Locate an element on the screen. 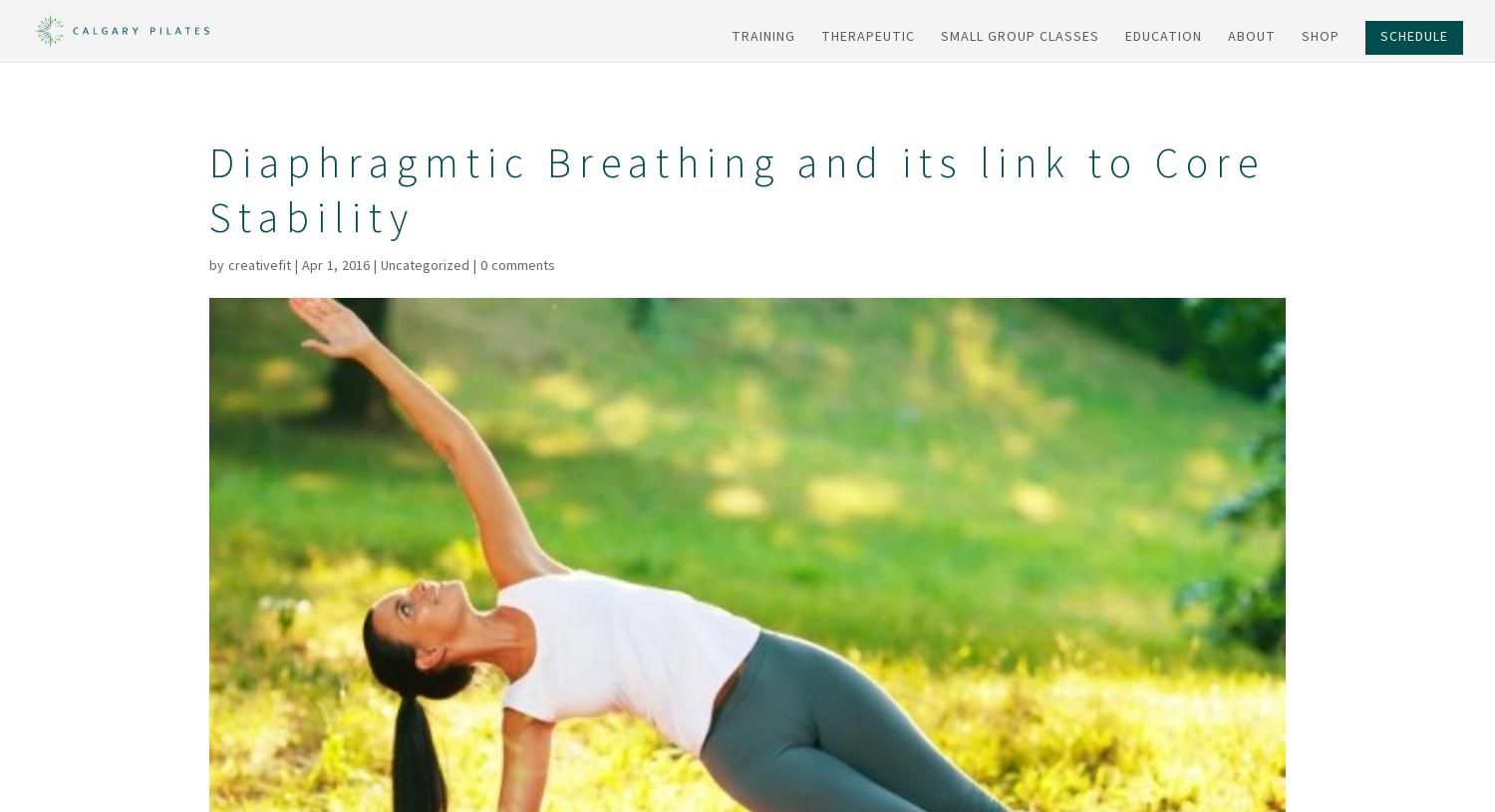  'Course Dates' is located at coordinates (1215, 289).